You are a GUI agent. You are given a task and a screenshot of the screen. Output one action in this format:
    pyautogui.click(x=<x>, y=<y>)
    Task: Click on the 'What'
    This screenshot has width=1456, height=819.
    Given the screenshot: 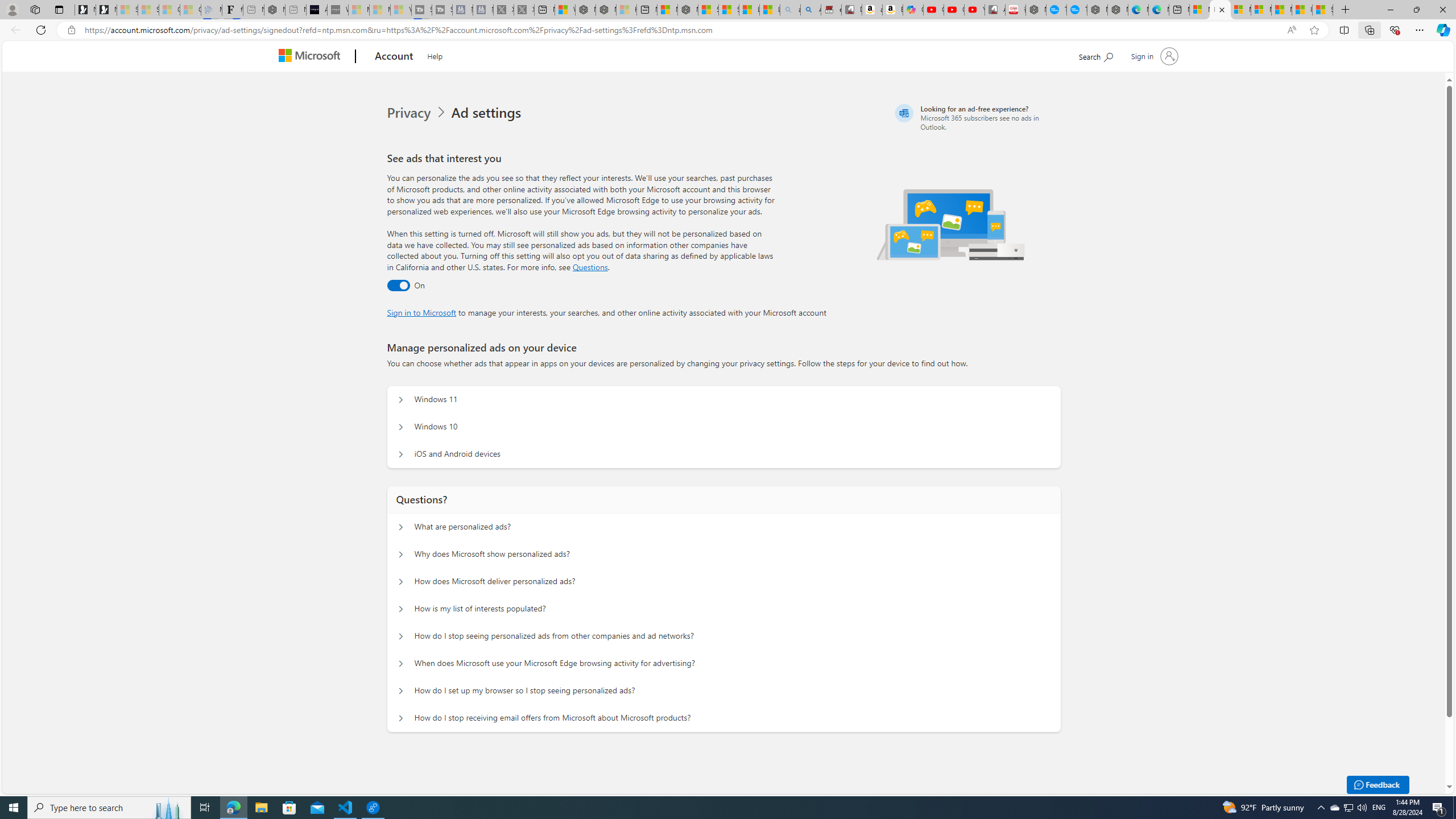 What is the action you would take?
    pyautogui.click(x=337, y=9)
    